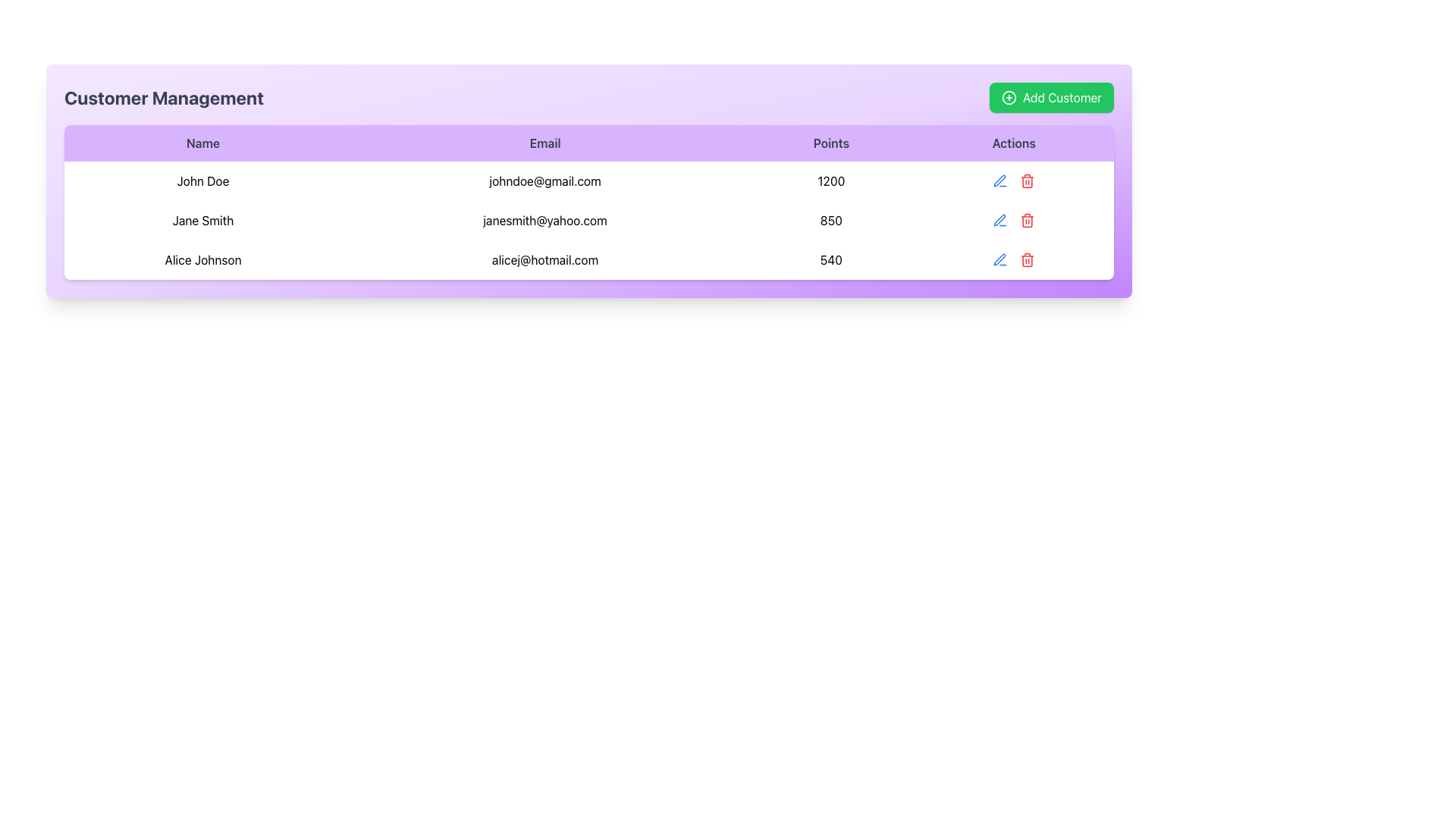 The height and width of the screenshot is (819, 1456). Describe the element at coordinates (1028, 259) in the screenshot. I see `the red trashcan icon located in the 'Actions' column of the last row in the 'Customer Management' table` at that location.